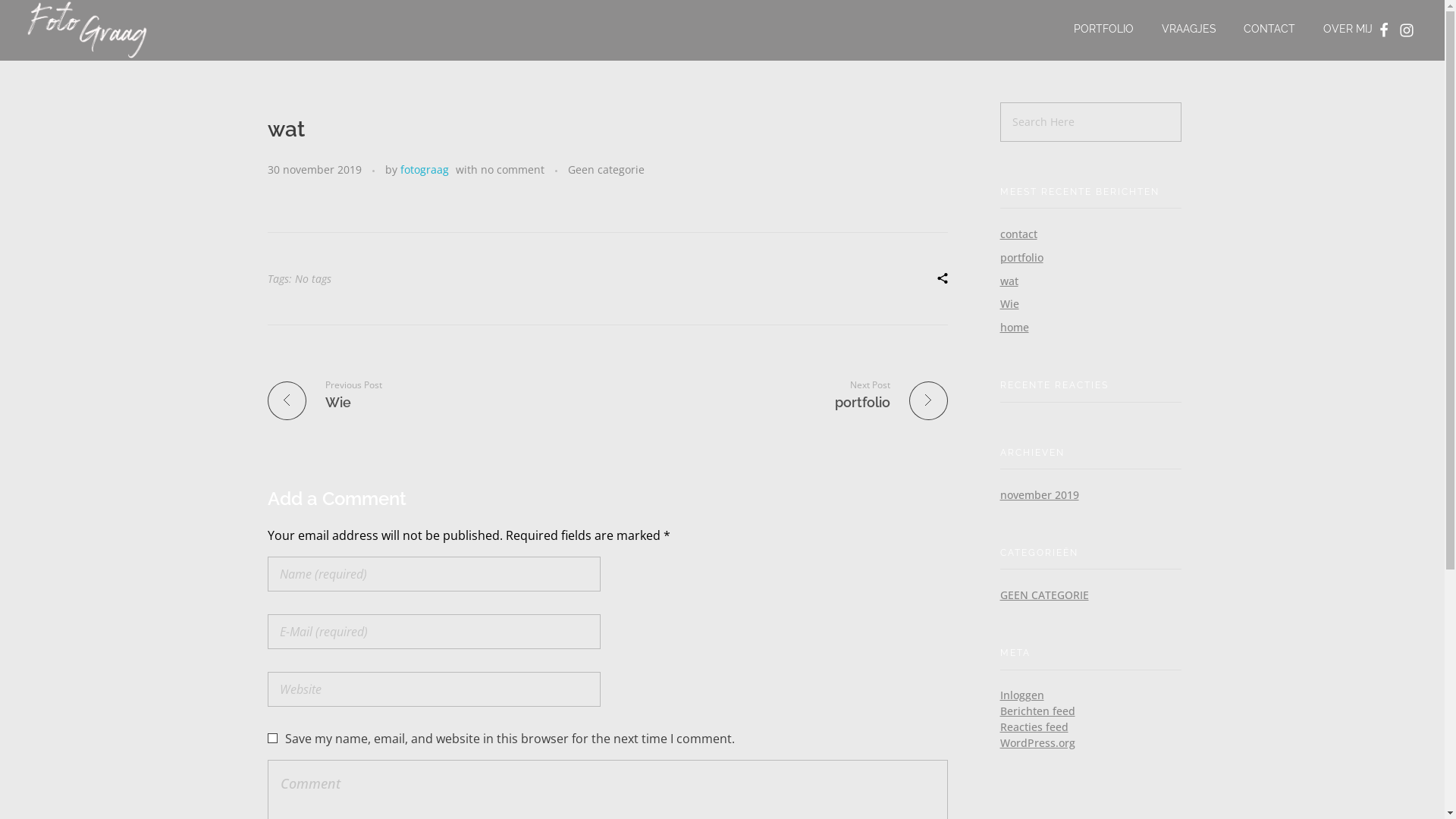 This screenshot has height=819, width=1456. I want to click on 'Berichten feed', so click(1036, 711).